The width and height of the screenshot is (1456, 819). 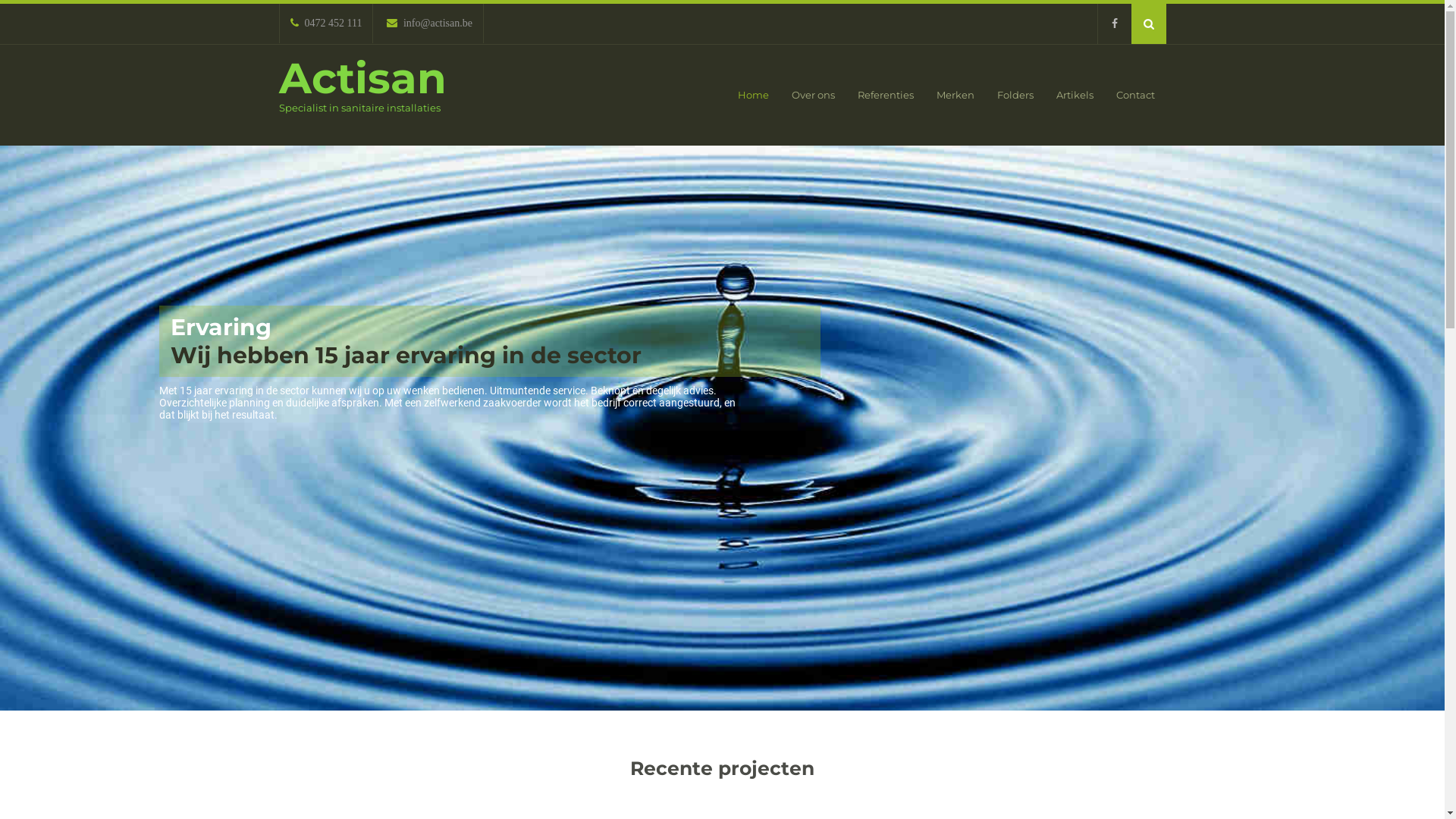 I want to click on 'Referenties', so click(x=846, y=95).